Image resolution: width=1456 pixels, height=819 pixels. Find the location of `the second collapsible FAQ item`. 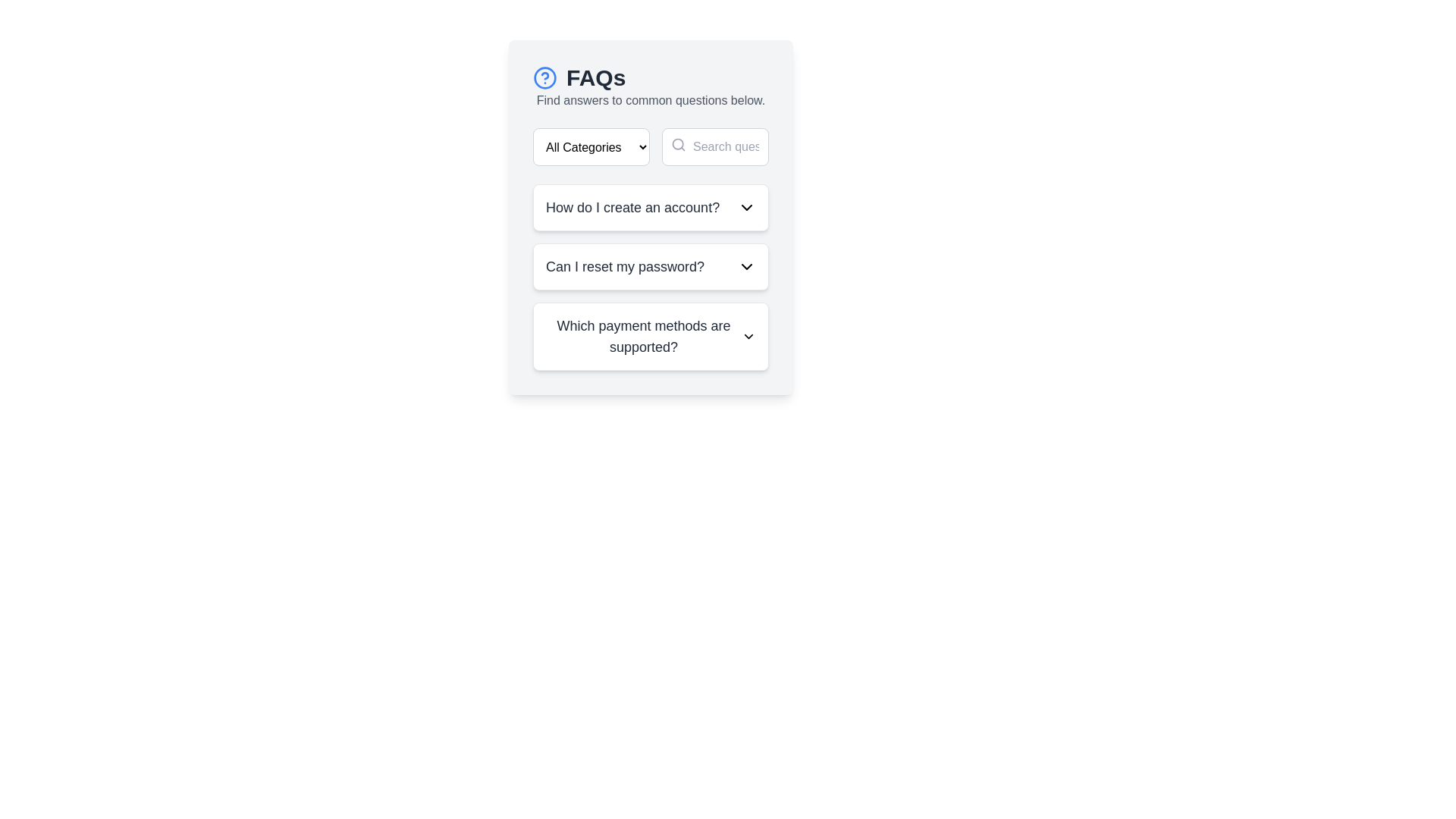

the second collapsible FAQ item is located at coordinates (651, 278).